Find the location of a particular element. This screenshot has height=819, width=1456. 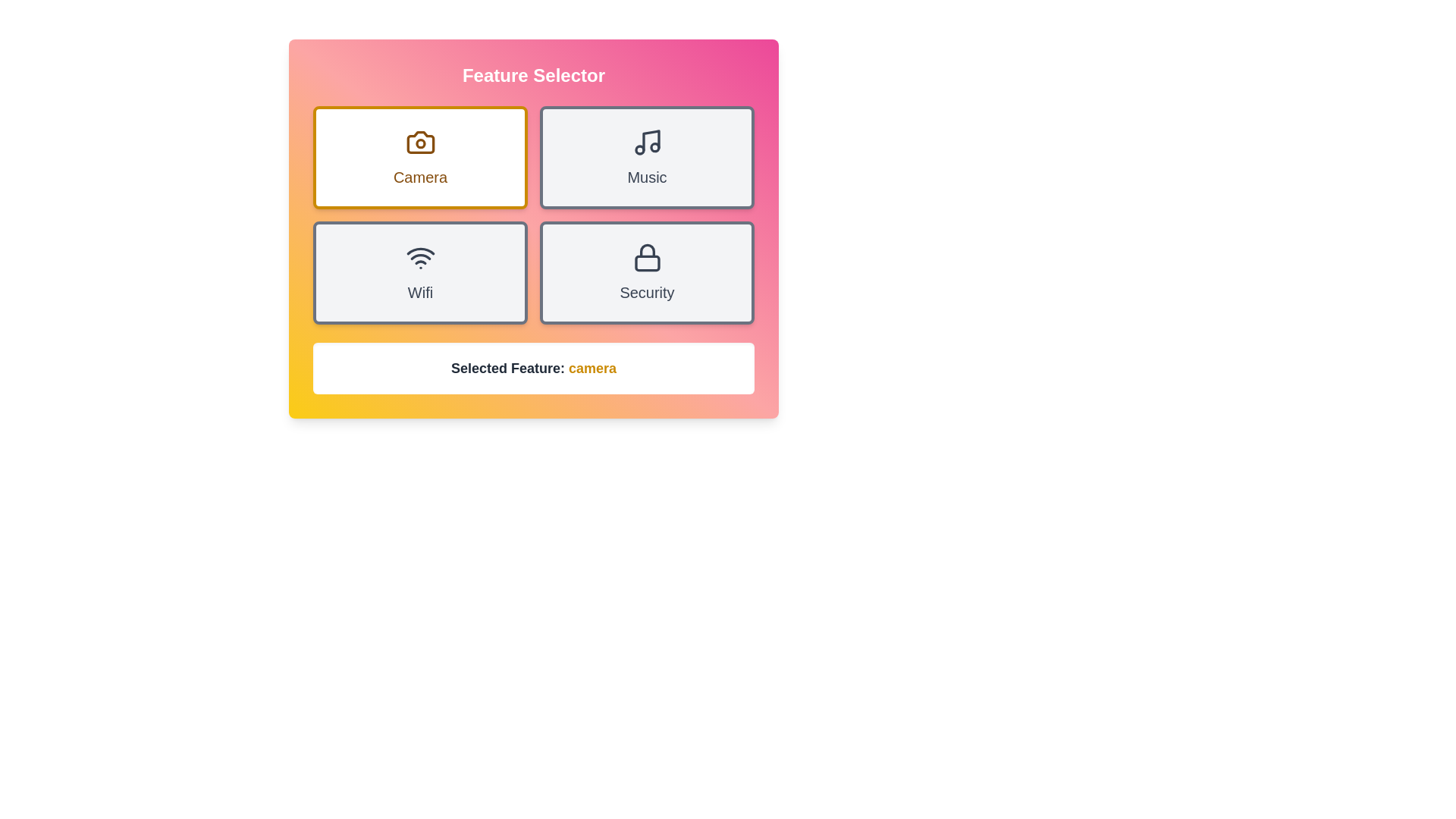

the 'Camera' text label, which is styled in brown, medium-sized, capitalized font, located beneath the camera icon in the top-left card of the feature selector grid is located at coordinates (420, 177).